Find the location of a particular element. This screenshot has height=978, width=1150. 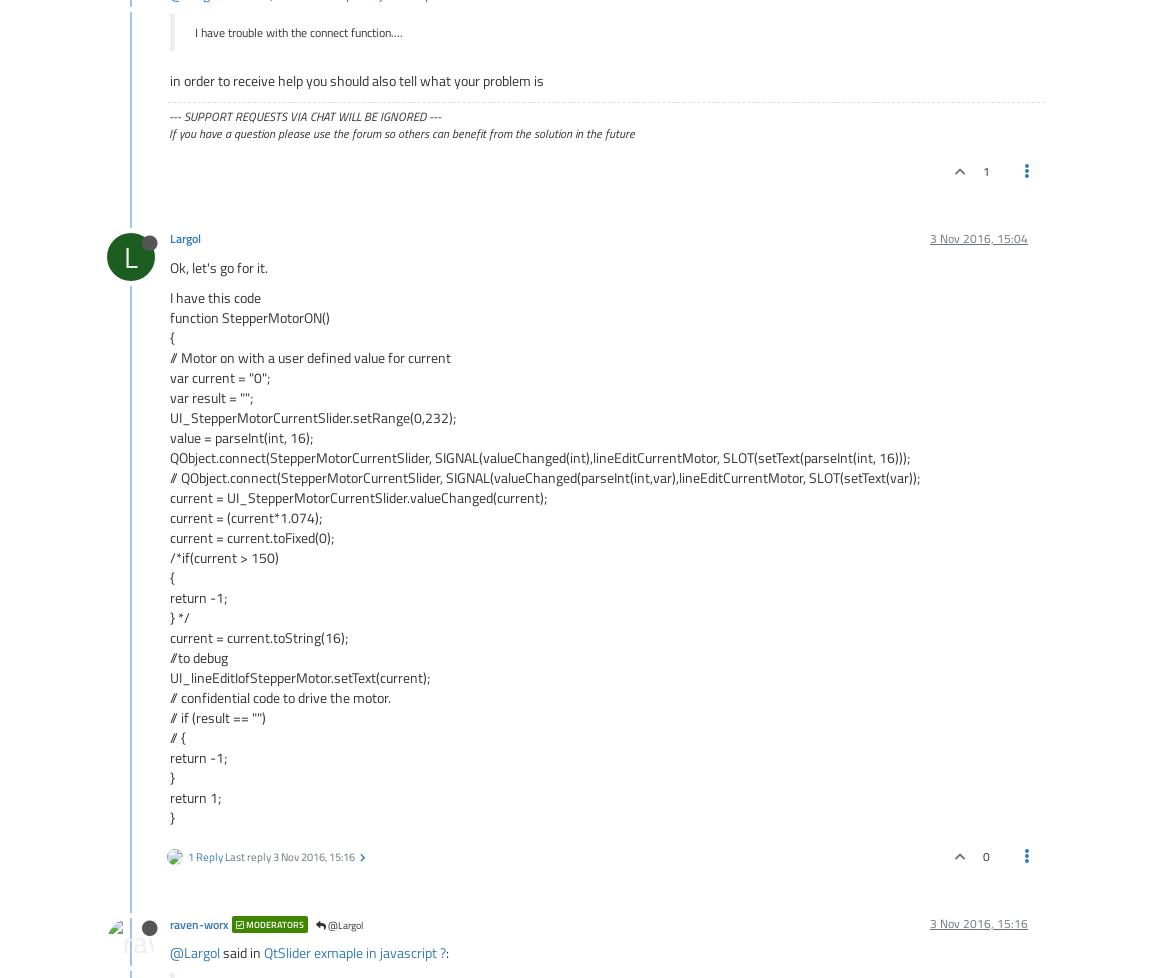

'If you have a question please use the forum so others can benefit from the solution in the future' is located at coordinates (402, 133).